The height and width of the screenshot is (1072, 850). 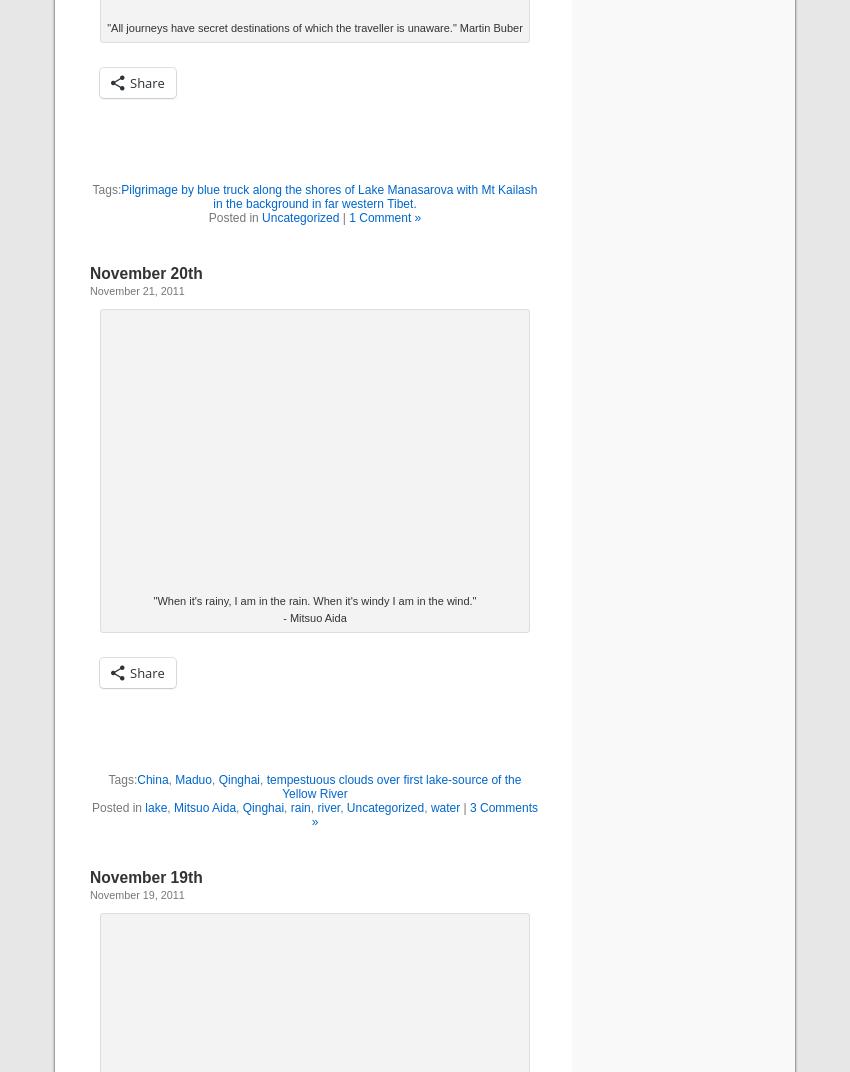 I want to click on '"All journeys have secret destinations of which the traveller is unaware." Martin Buber', so click(x=106, y=26).